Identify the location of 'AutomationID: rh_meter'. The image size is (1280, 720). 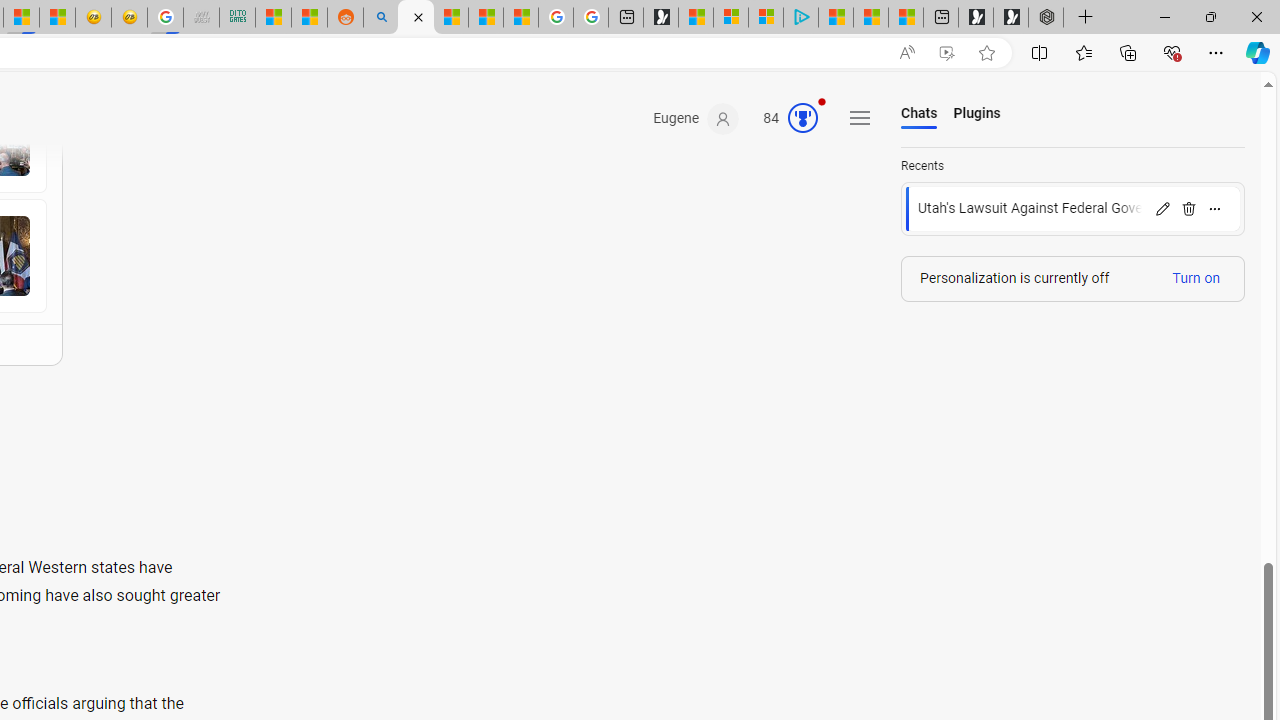
(803, 118).